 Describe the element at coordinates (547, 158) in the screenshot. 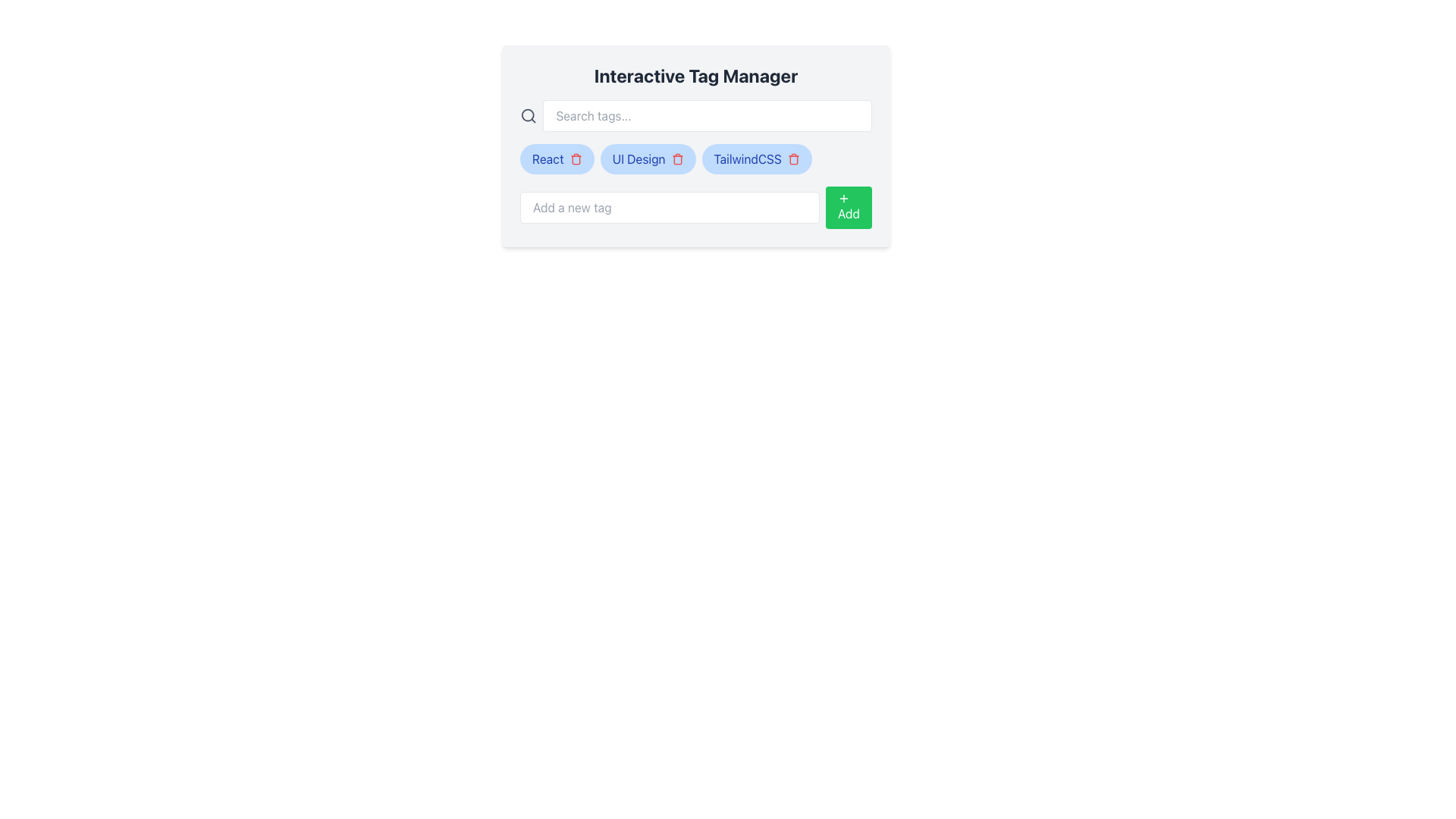

I see `the 'React' text label within the light blue oval-shaped badge, which is the first badge in a row of tags below the header 'Interactive Tag Manager'` at that location.